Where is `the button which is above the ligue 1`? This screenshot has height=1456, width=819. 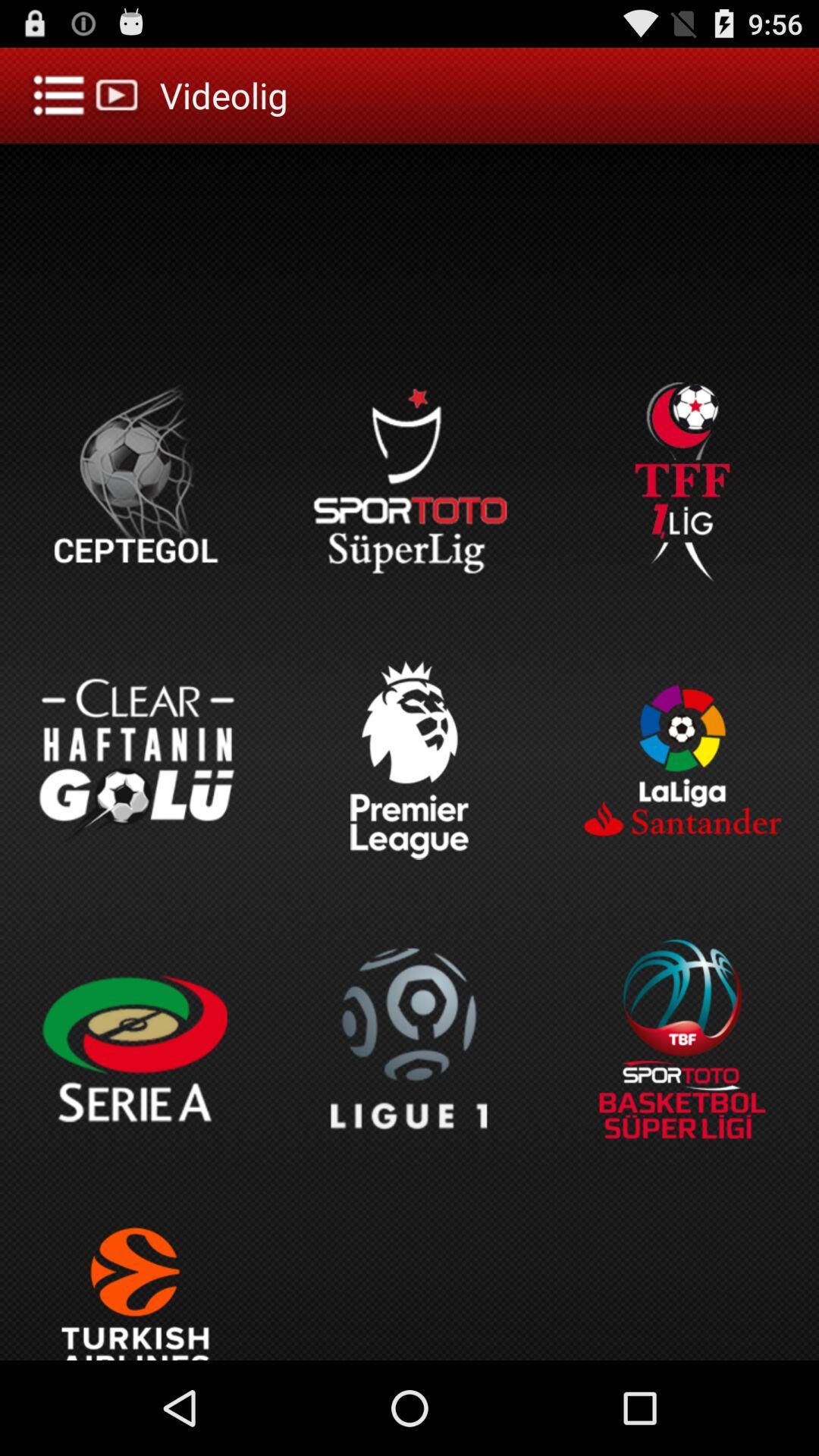 the button which is above the ligue 1 is located at coordinates (409, 761).